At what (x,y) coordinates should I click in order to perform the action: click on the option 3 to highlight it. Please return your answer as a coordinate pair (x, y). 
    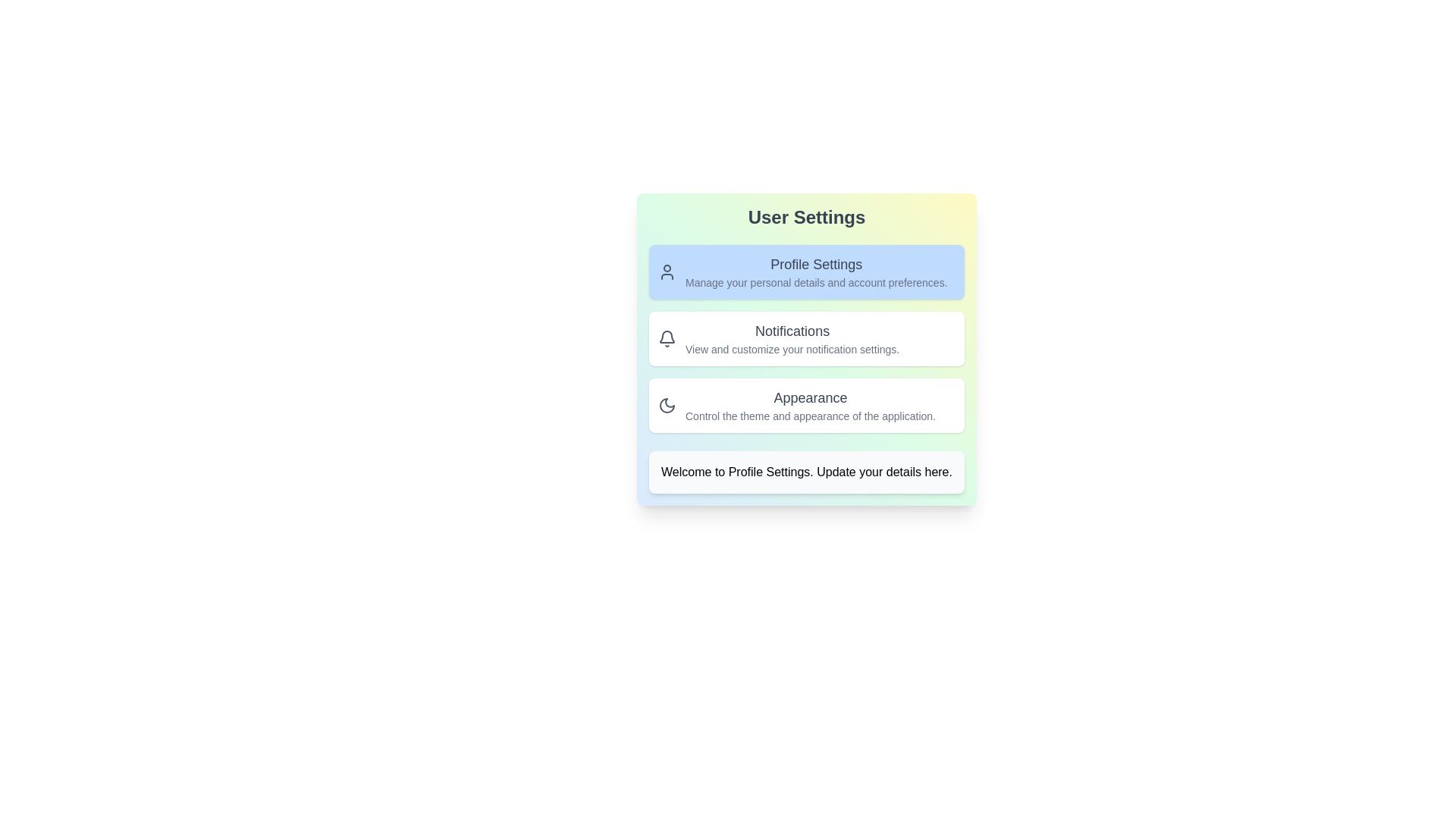
    Looking at the image, I should click on (806, 405).